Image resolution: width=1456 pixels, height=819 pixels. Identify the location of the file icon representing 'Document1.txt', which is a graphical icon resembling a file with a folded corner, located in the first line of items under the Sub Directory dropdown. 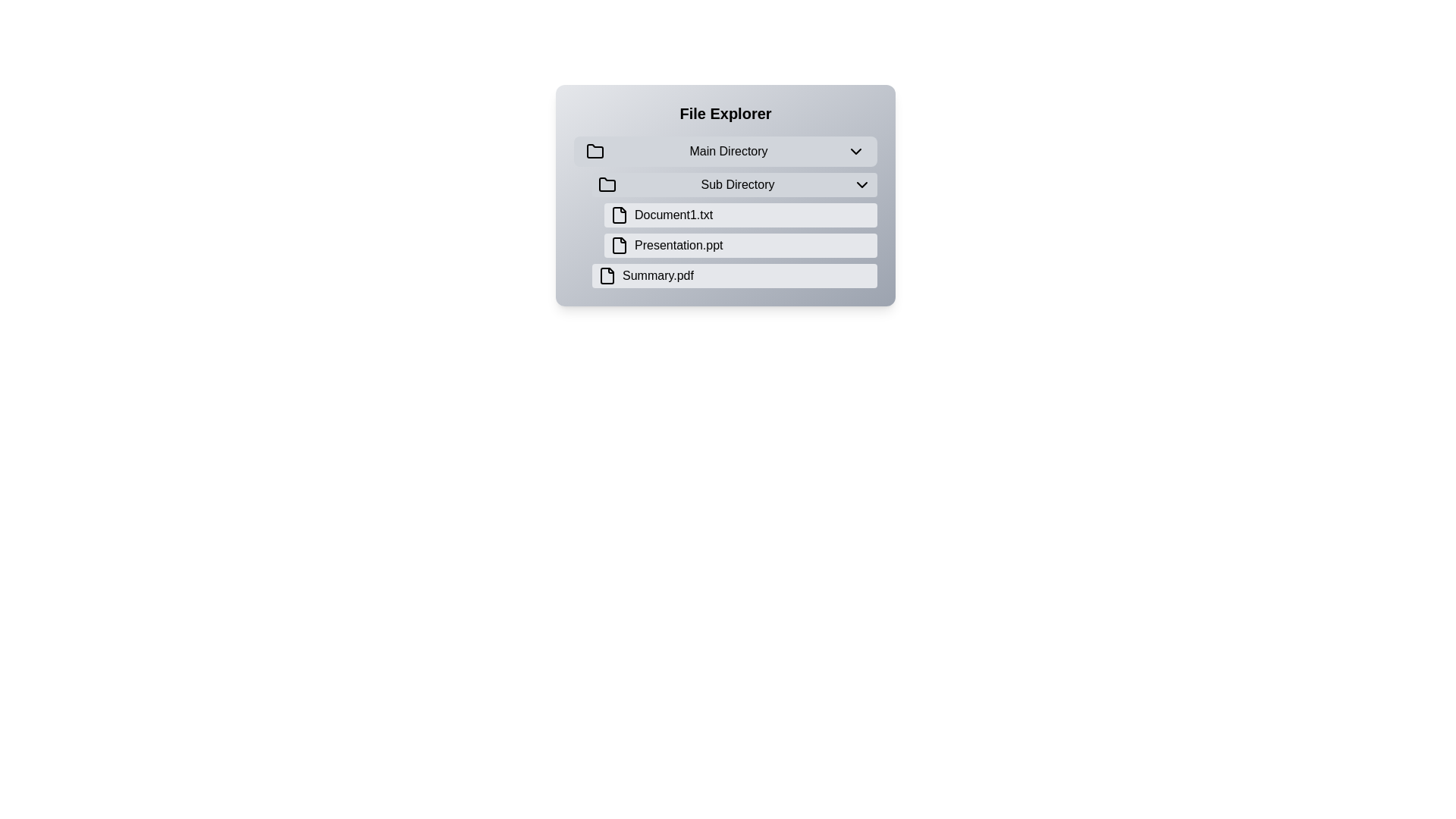
(619, 215).